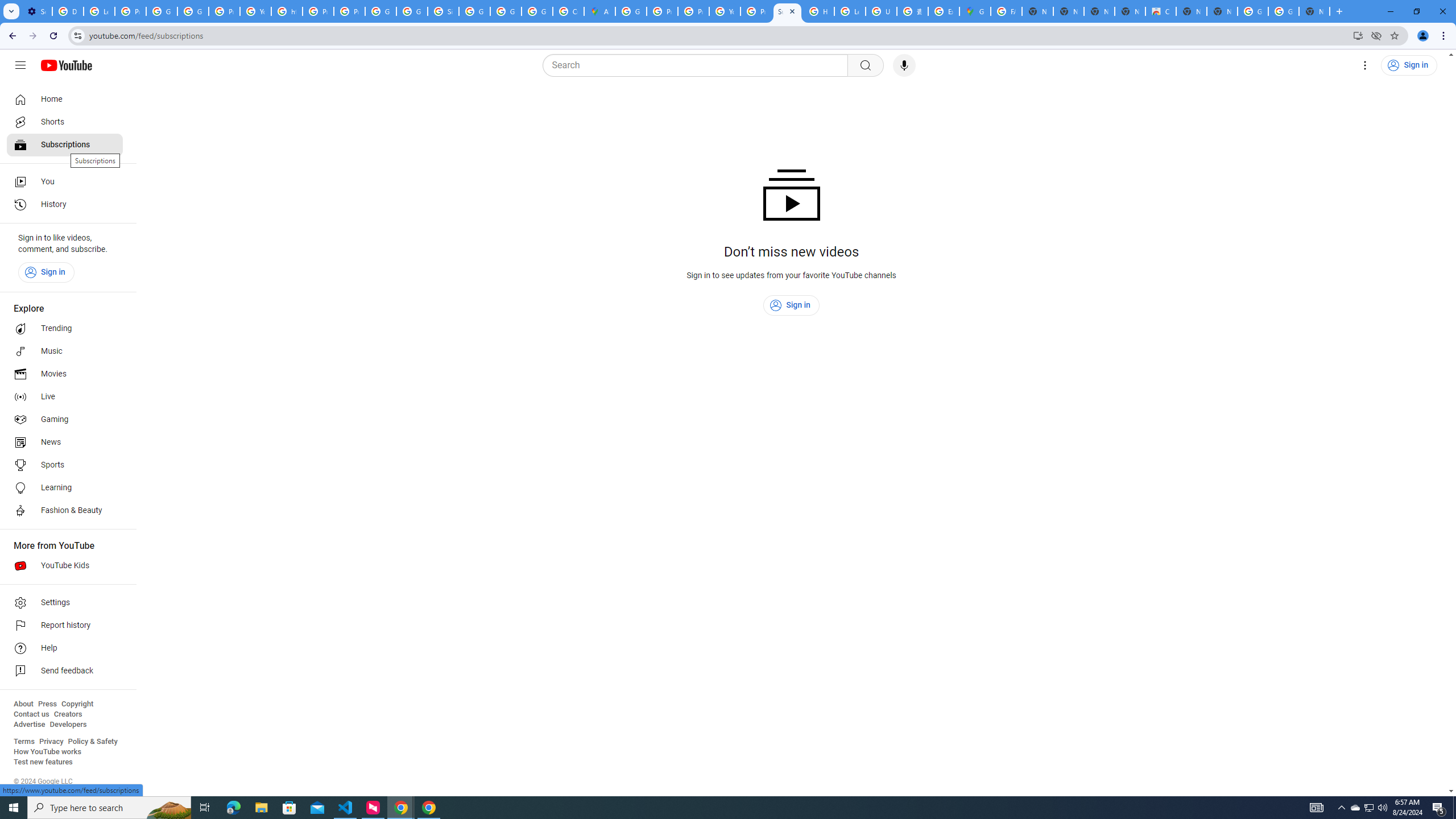 Image resolution: width=1456 pixels, height=819 pixels. What do you see at coordinates (974, 11) in the screenshot?
I see `'Google Maps'` at bounding box center [974, 11].